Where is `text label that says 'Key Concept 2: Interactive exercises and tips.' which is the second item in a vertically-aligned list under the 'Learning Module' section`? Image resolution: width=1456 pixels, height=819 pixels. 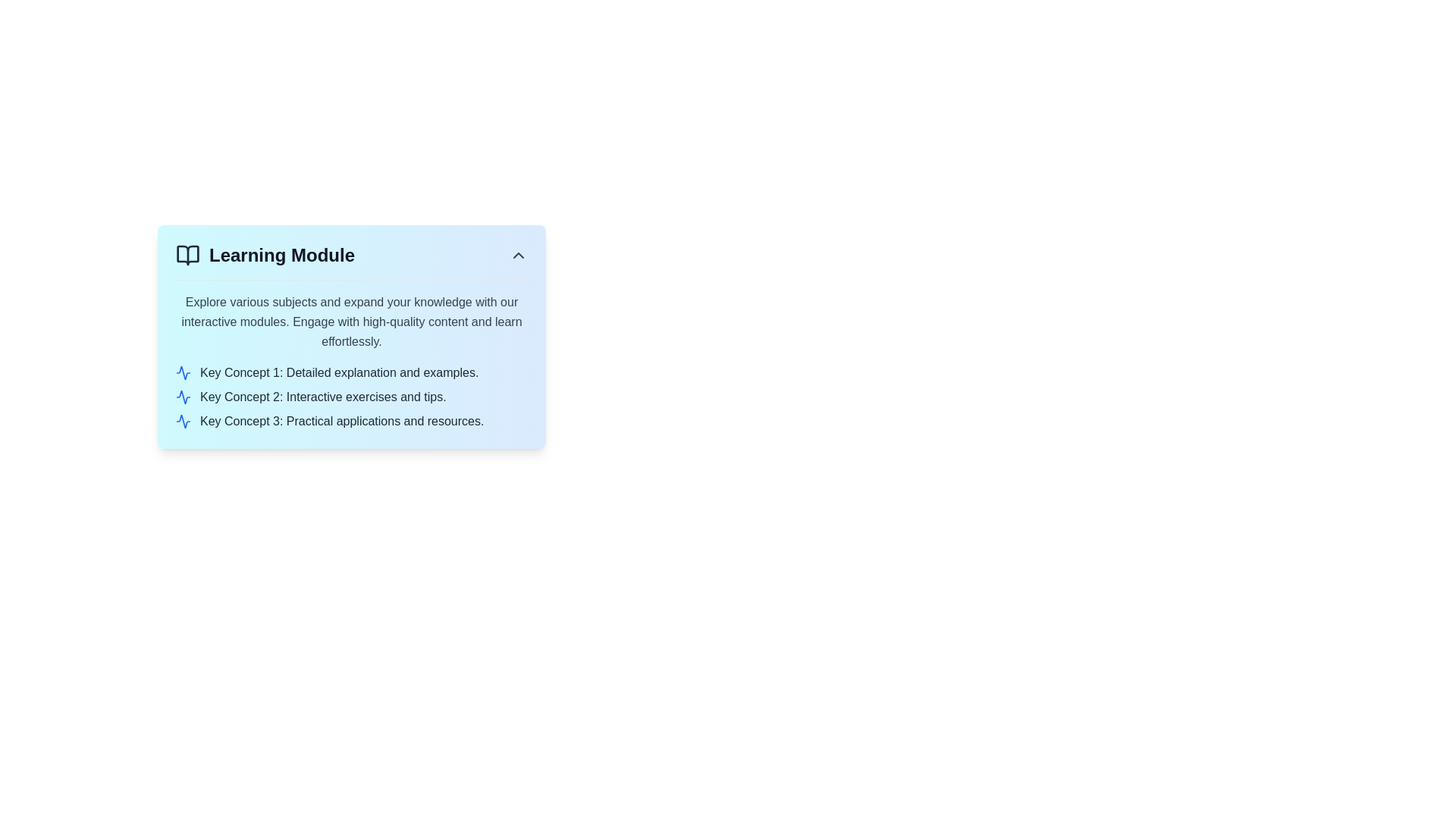 text label that says 'Key Concept 2: Interactive exercises and tips.' which is the second item in a vertically-aligned list under the 'Learning Module' section is located at coordinates (322, 397).